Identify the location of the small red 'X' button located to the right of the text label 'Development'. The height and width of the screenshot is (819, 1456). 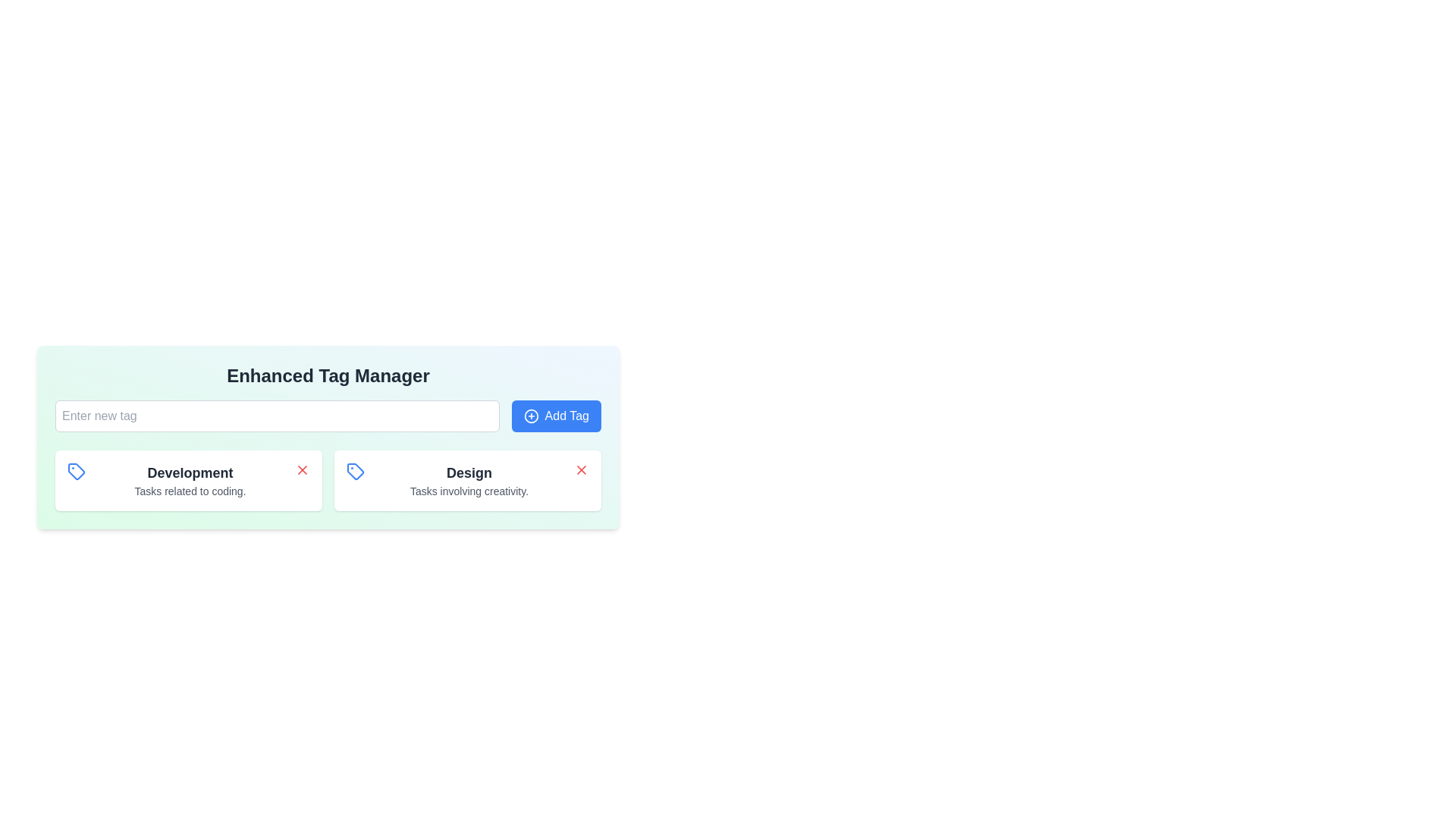
(302, 469).